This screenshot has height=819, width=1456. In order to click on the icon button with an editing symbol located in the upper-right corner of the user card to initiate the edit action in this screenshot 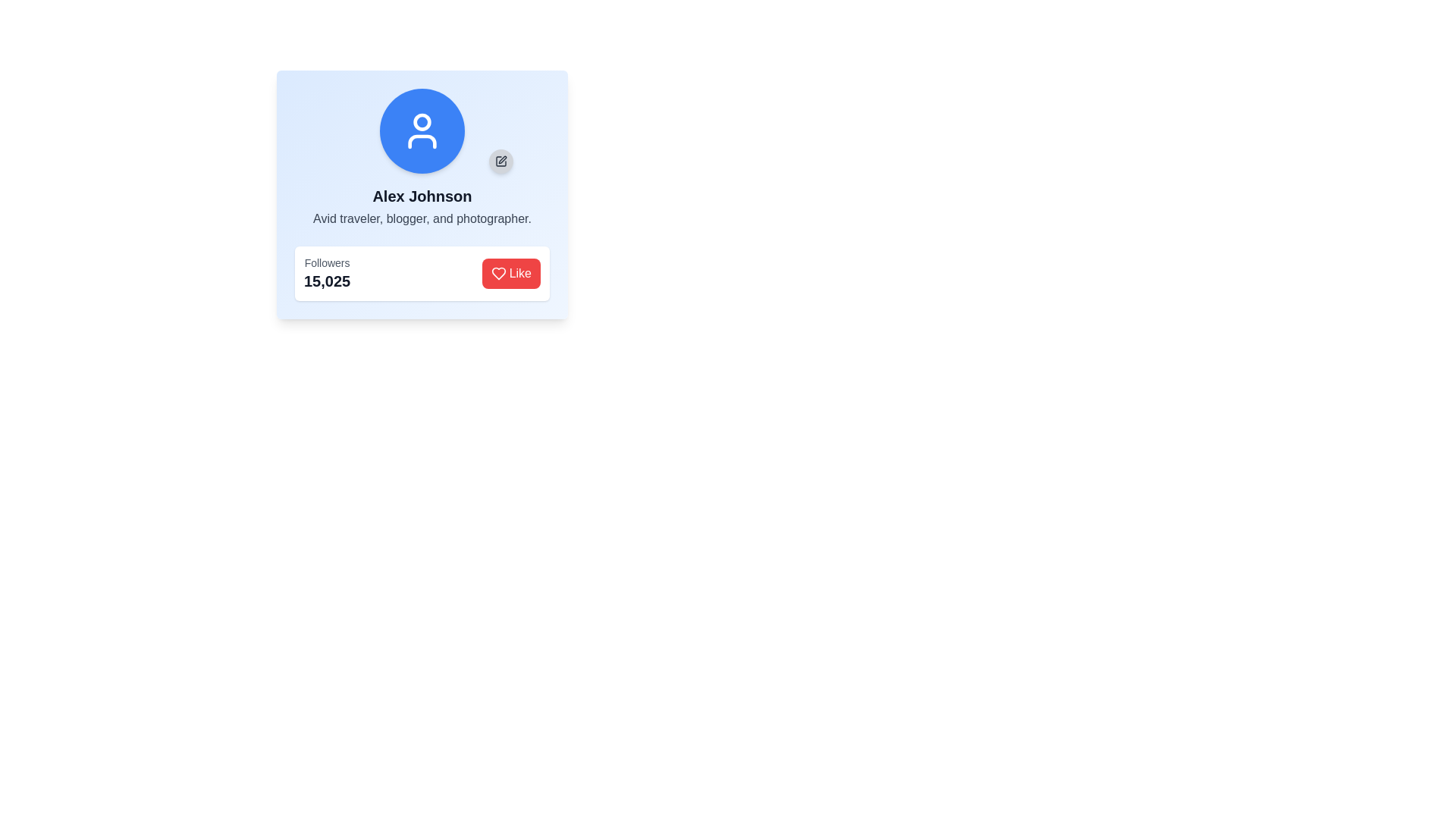, I will do `click(501, 161)`.